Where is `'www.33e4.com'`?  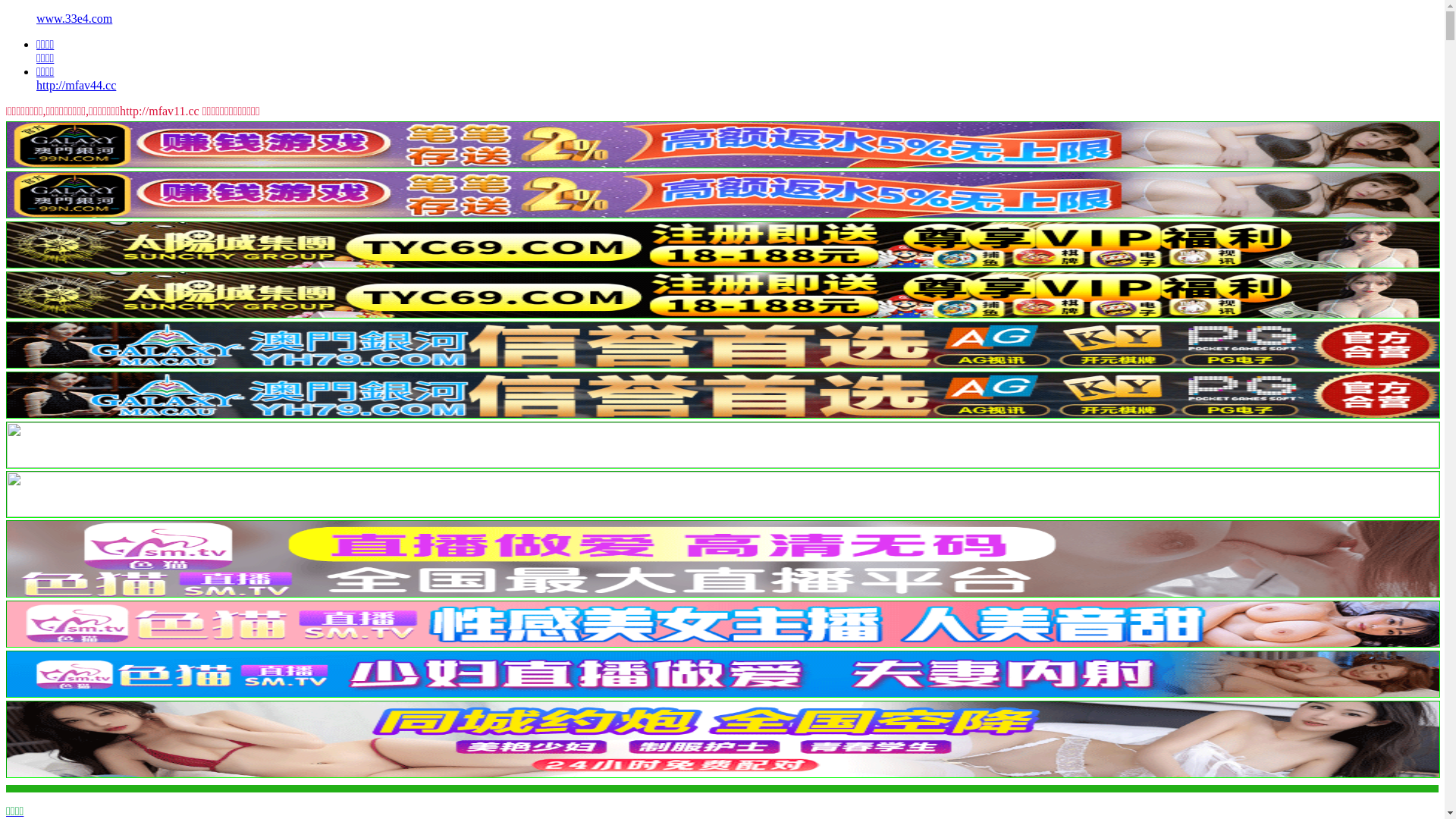 'www.33e4.com' is located at coordinates (73, 18).